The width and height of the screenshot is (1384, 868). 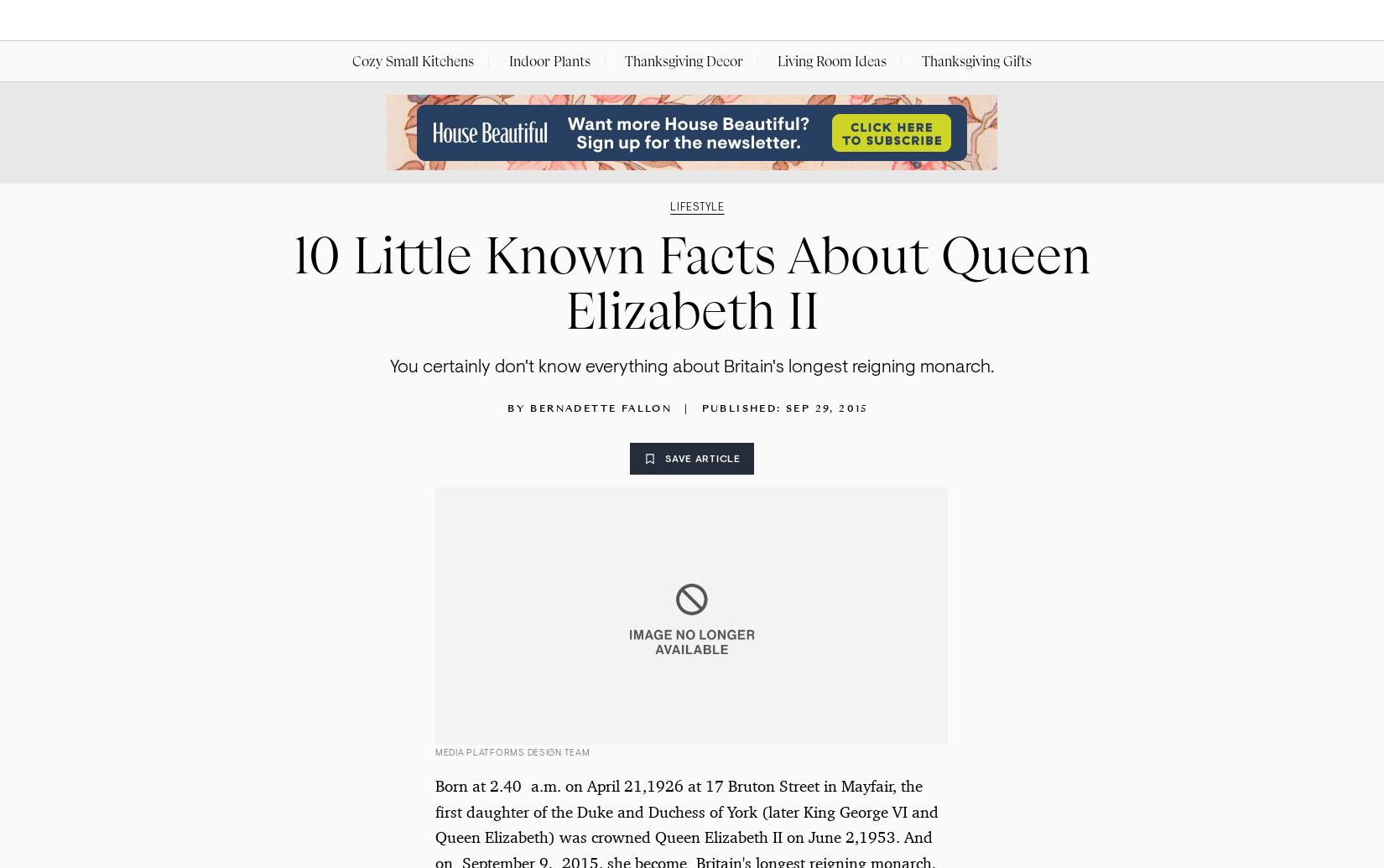 What do you see at coordinates (689, 63) in the screenshot?
I see `'Some of the material incorporated into contemporary outfits by her Personal Assistant and Senior Dresser, Angela Kelly, dates back to the days when she was still a Princess.'` at bounding box center [689, 63].